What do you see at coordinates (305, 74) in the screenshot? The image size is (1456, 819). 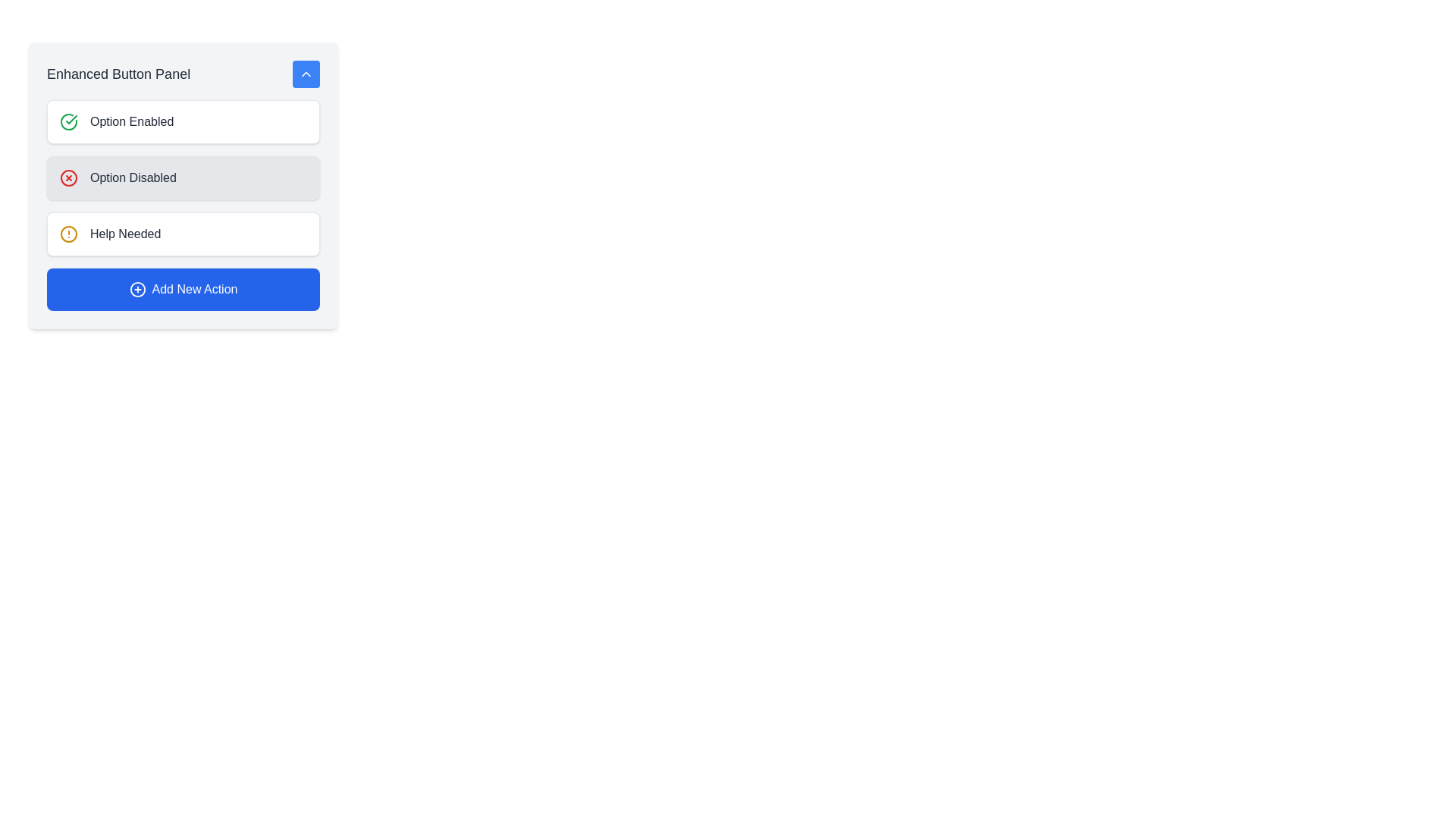 I see `the chevron-up icon located within the blue button at the top right of the 'Enhanced Button Panel', which serves as an indicator for upward actions` at bounding box center [305, 74].